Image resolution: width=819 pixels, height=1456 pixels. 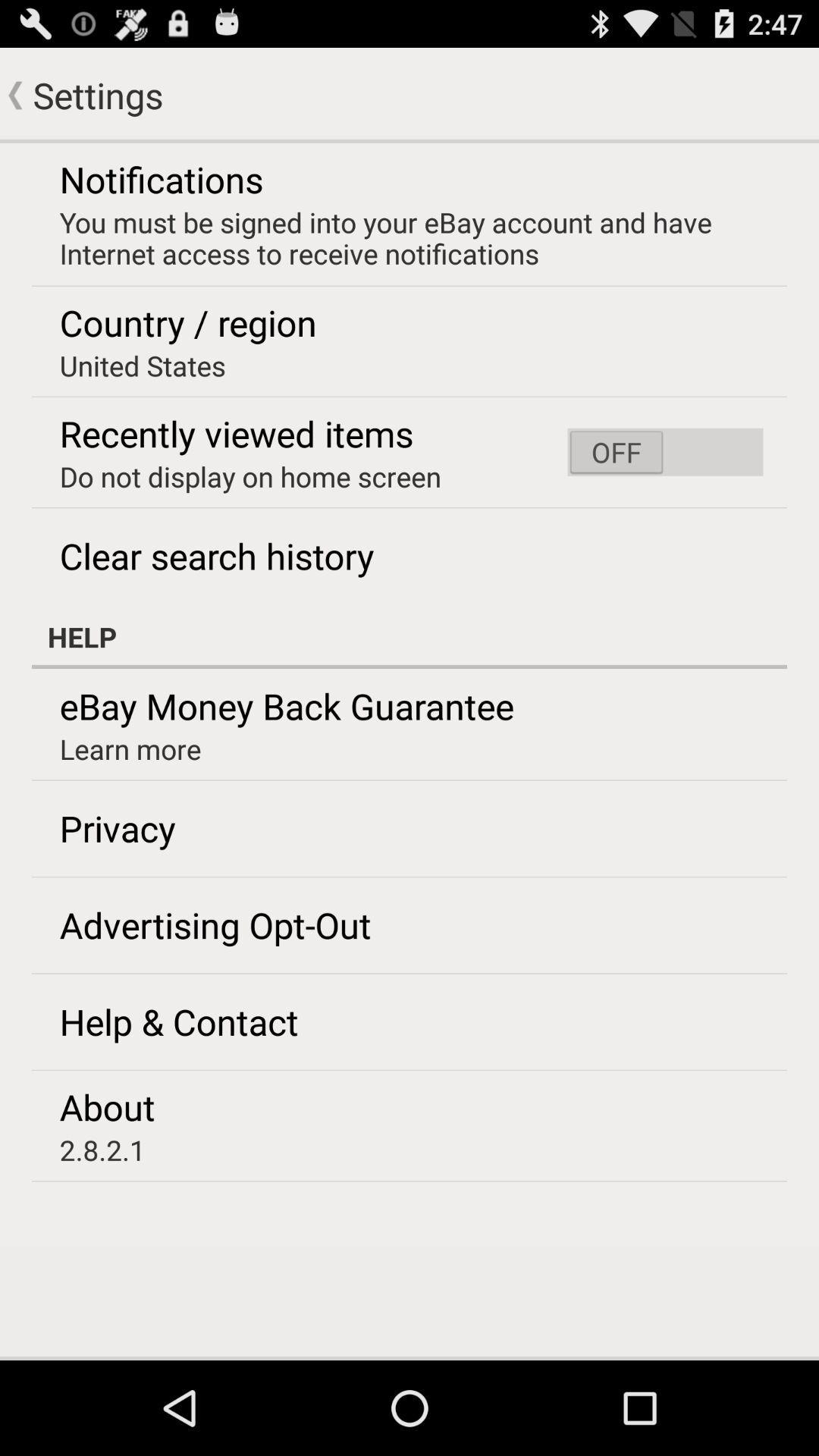 What do you see at coordinates (287, 705) in the screenshot?
I see `the icon below help` at bounding box center [287, 705].